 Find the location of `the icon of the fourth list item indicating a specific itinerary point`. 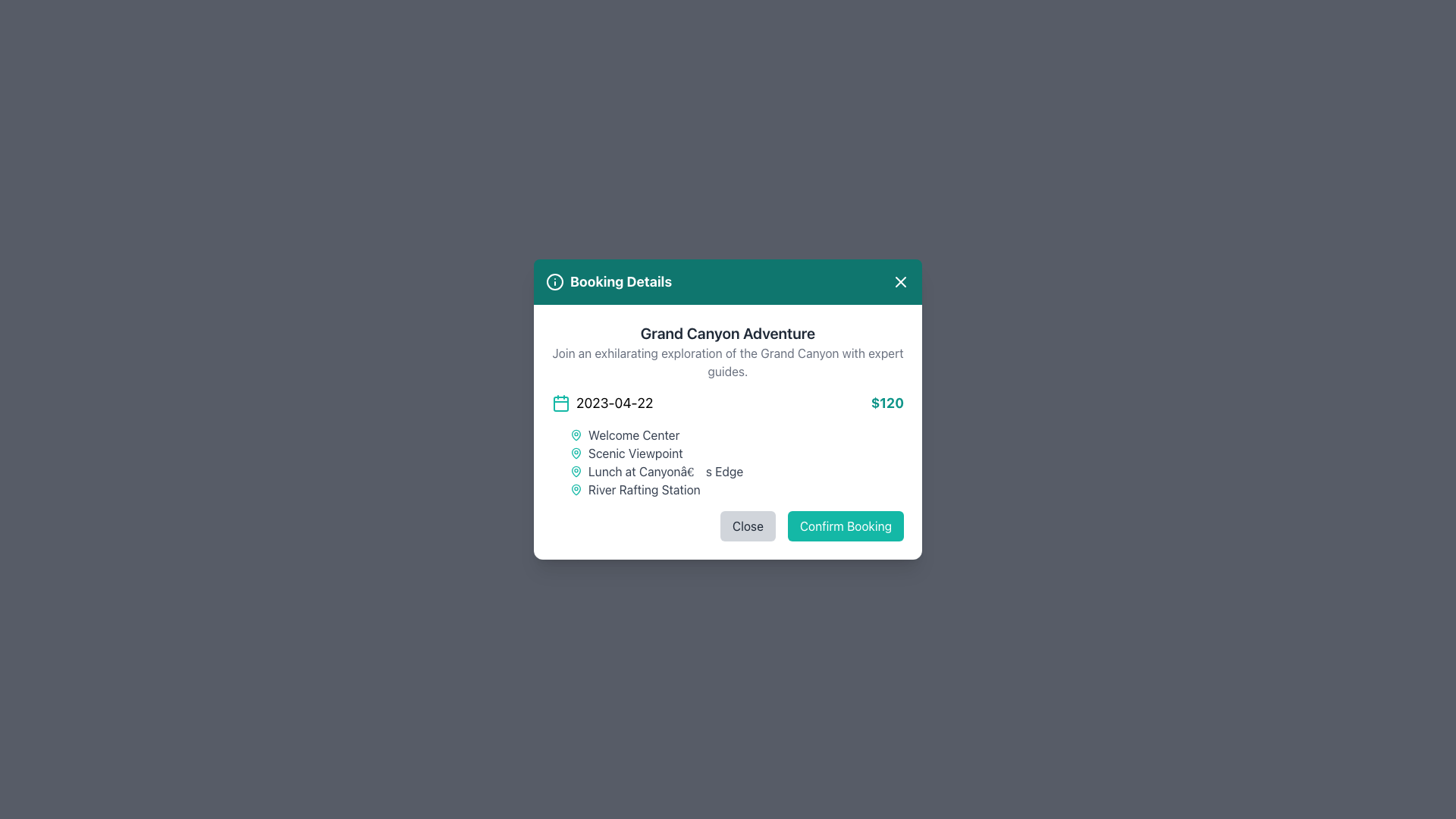

the icon of the fourth list item indicating a specific itinerary point is located at coordinates (736, 489).